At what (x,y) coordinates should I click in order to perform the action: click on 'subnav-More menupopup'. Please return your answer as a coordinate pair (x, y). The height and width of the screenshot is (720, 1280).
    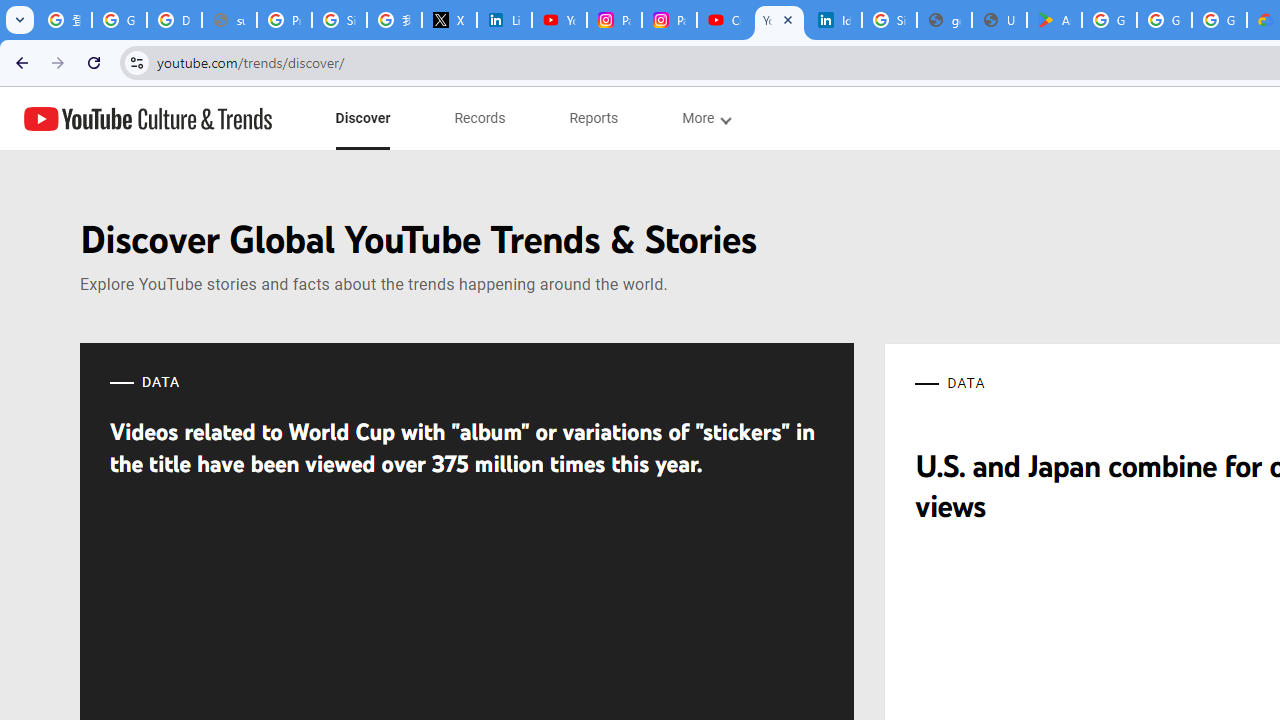
    Looking at the image, I should click on (706, 118).